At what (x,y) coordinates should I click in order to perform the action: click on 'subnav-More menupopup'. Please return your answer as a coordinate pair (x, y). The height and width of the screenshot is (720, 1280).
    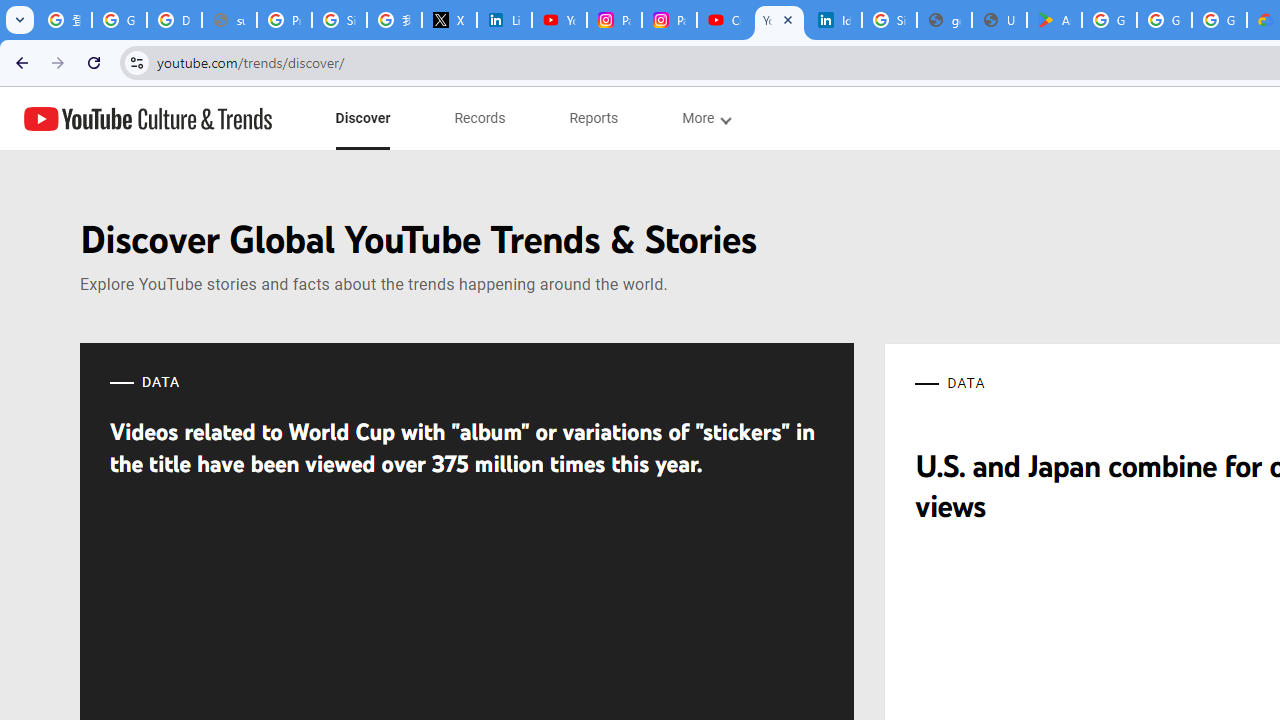
    Looking at the image, I should click on (706, 118).